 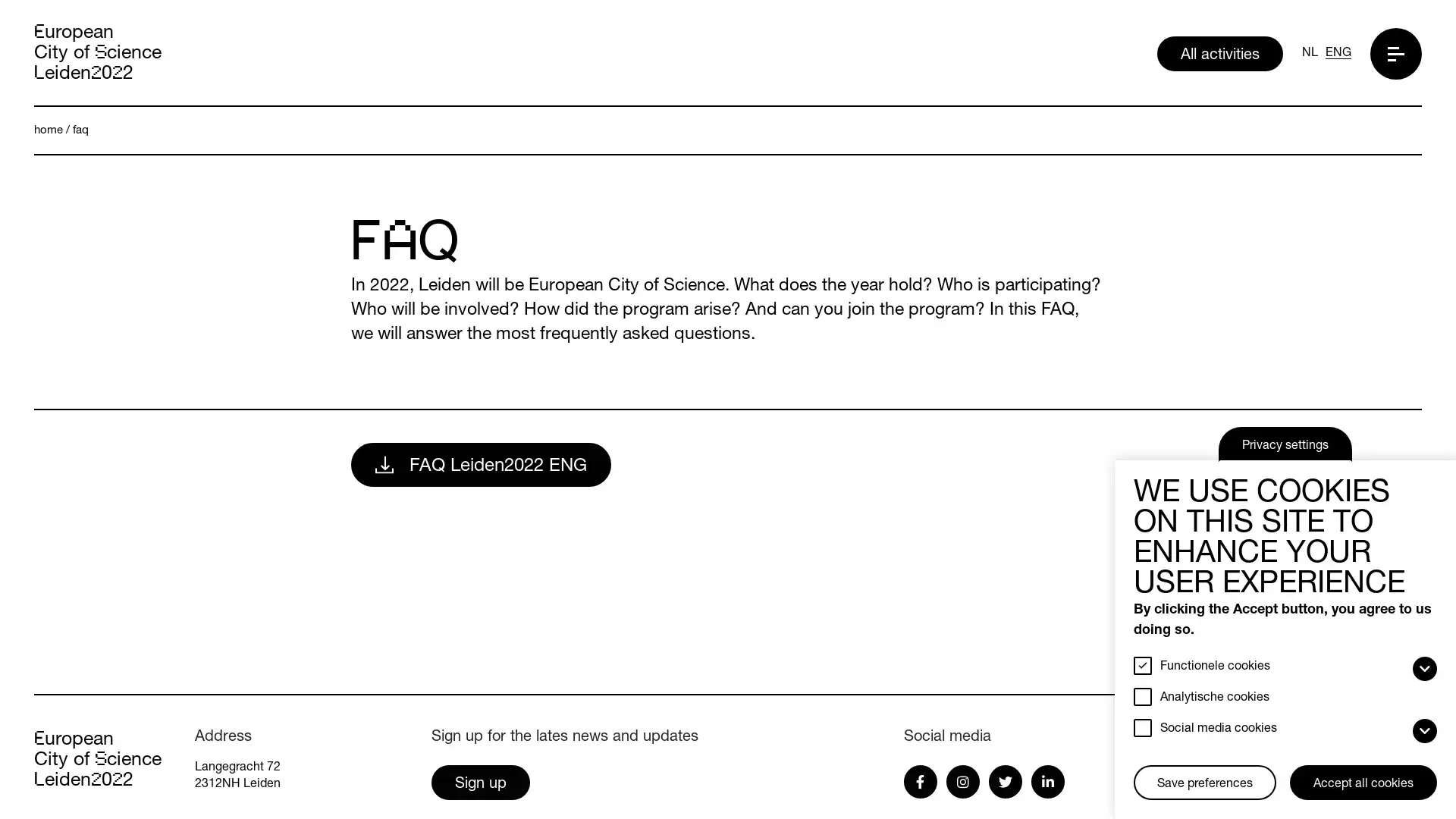 What do you see at coordinates (1363, 783) in the screenshot?
I see `Accept all cookies` at bounding box center [1363, 783].